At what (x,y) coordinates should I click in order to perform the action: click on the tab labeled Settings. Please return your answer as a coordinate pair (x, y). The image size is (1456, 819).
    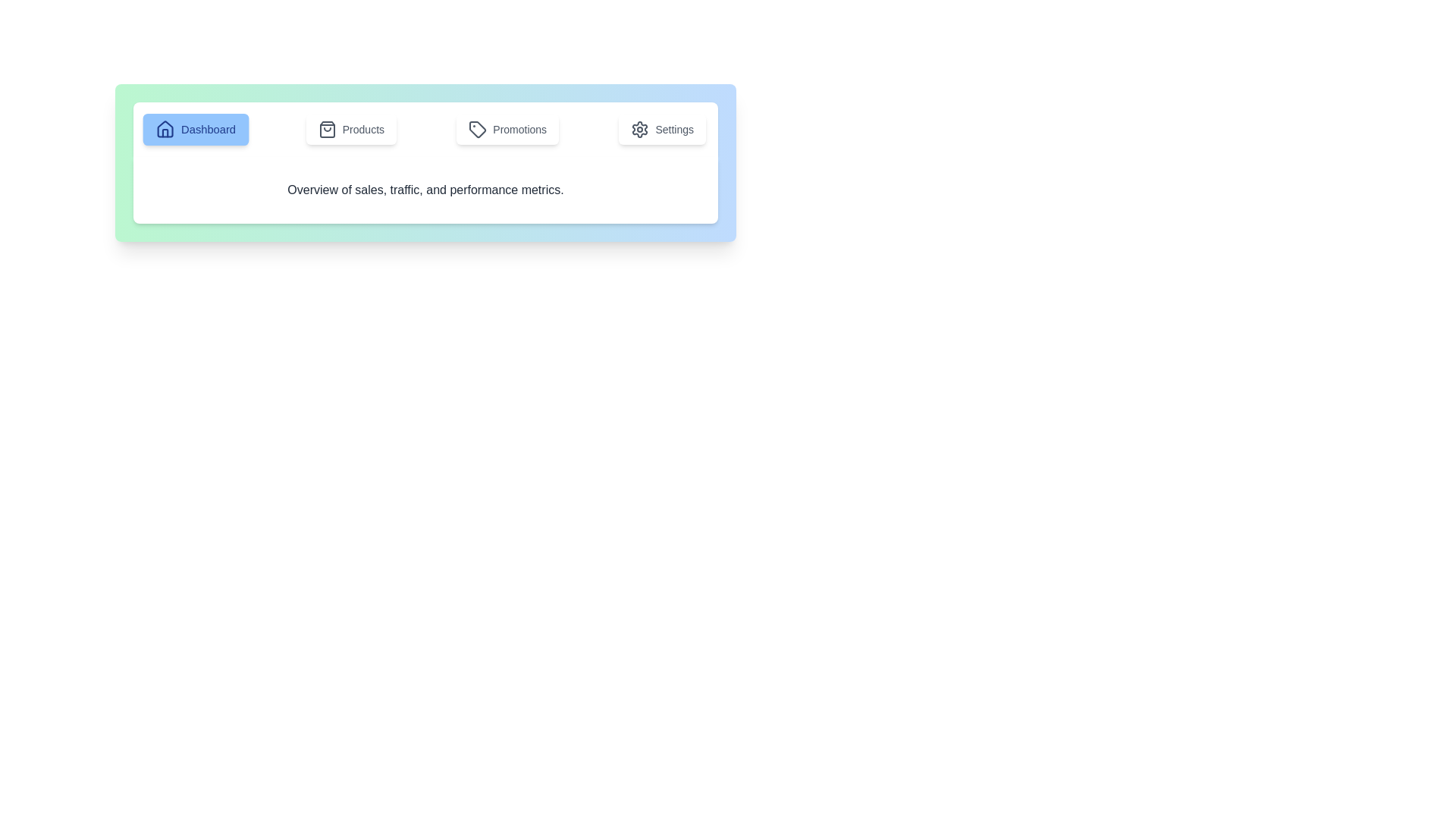
    Looking at the image, I should click on (662, 128).